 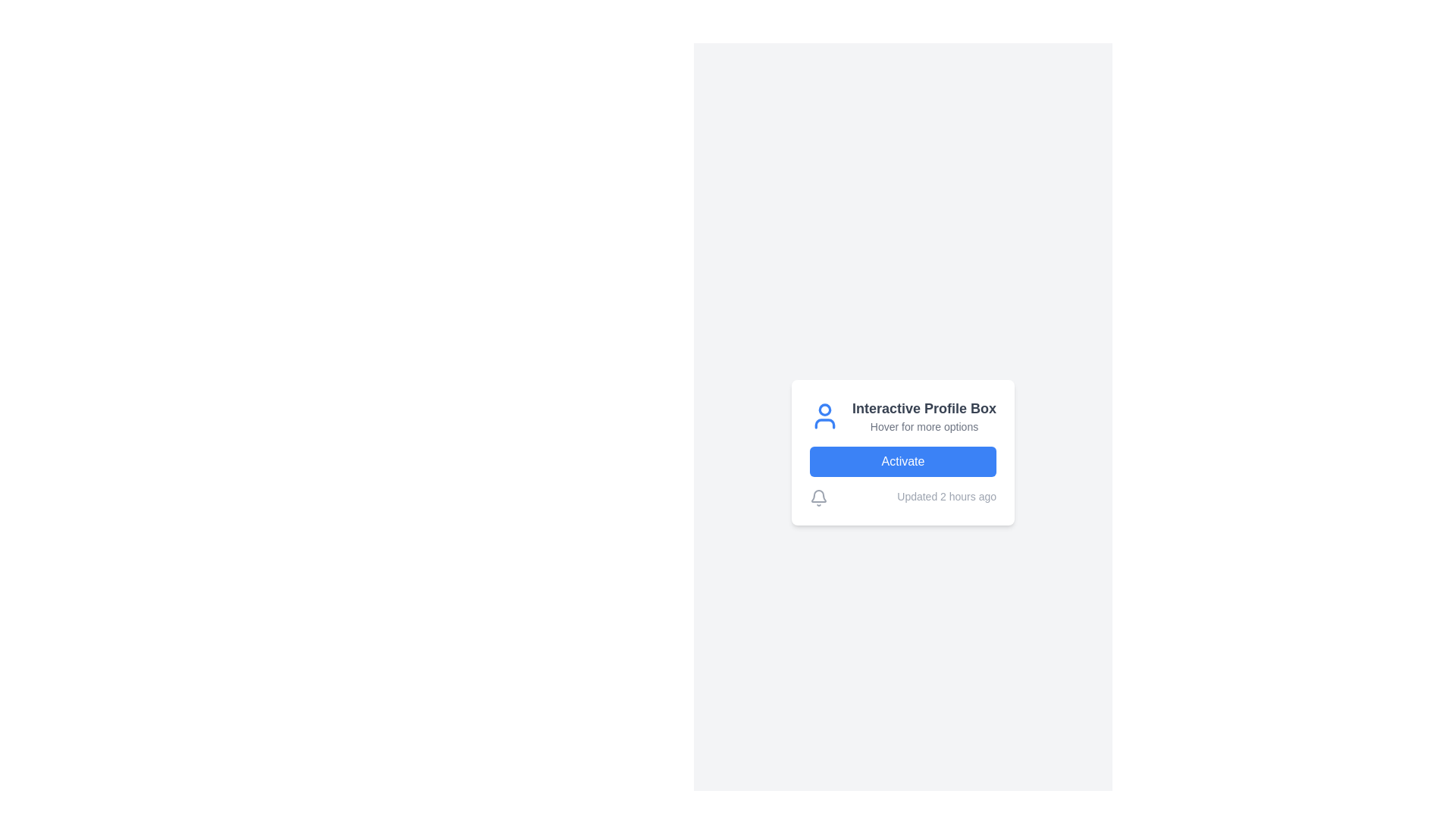 What do you see at coordinates (902, 416) in the screenshot?
I see `the Profile Box located at the top part of the card layout, which is centered horizontally and above the 'Activate' button` at bounding box center [902, 416].